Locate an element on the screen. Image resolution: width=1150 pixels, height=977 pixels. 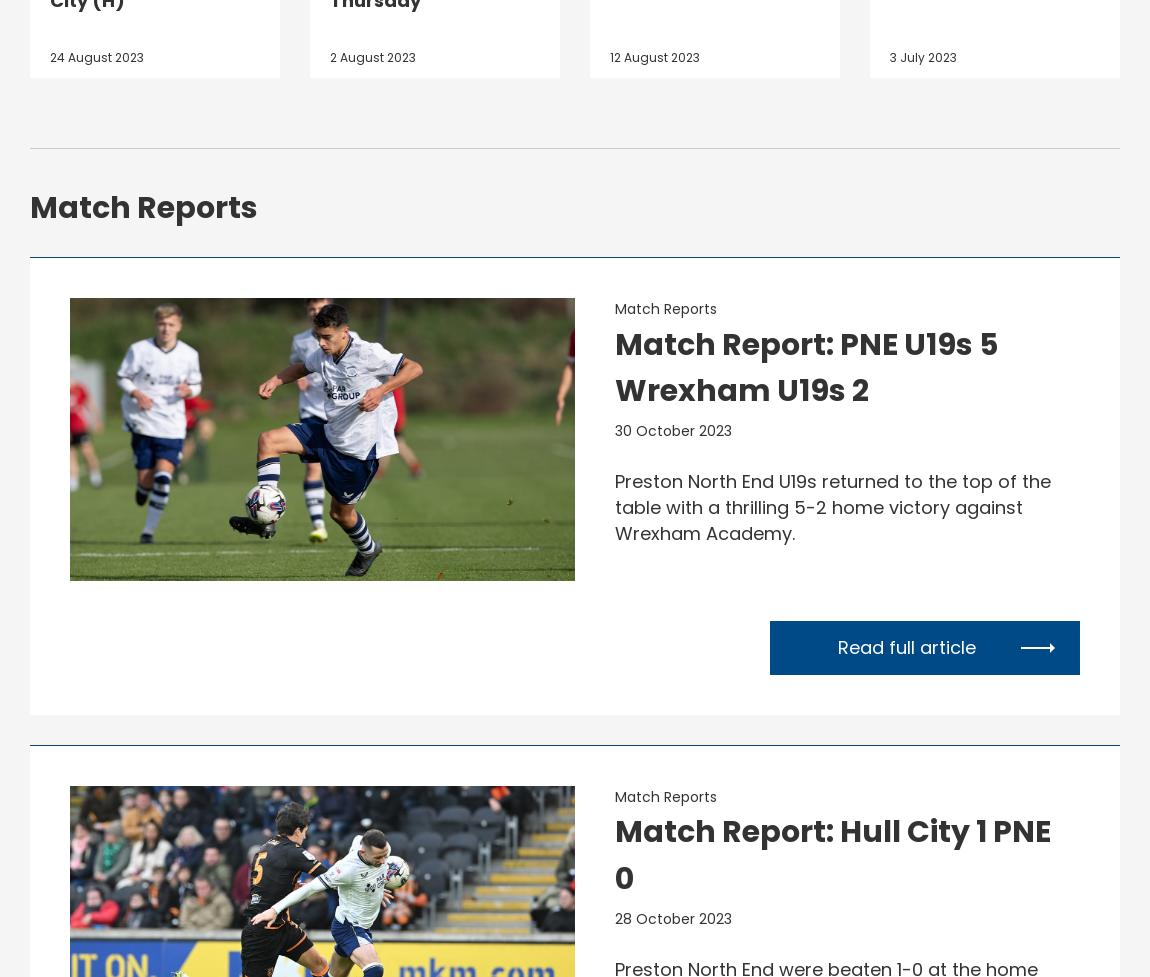
'30 October 2023' is located at coordinates (672, 429).